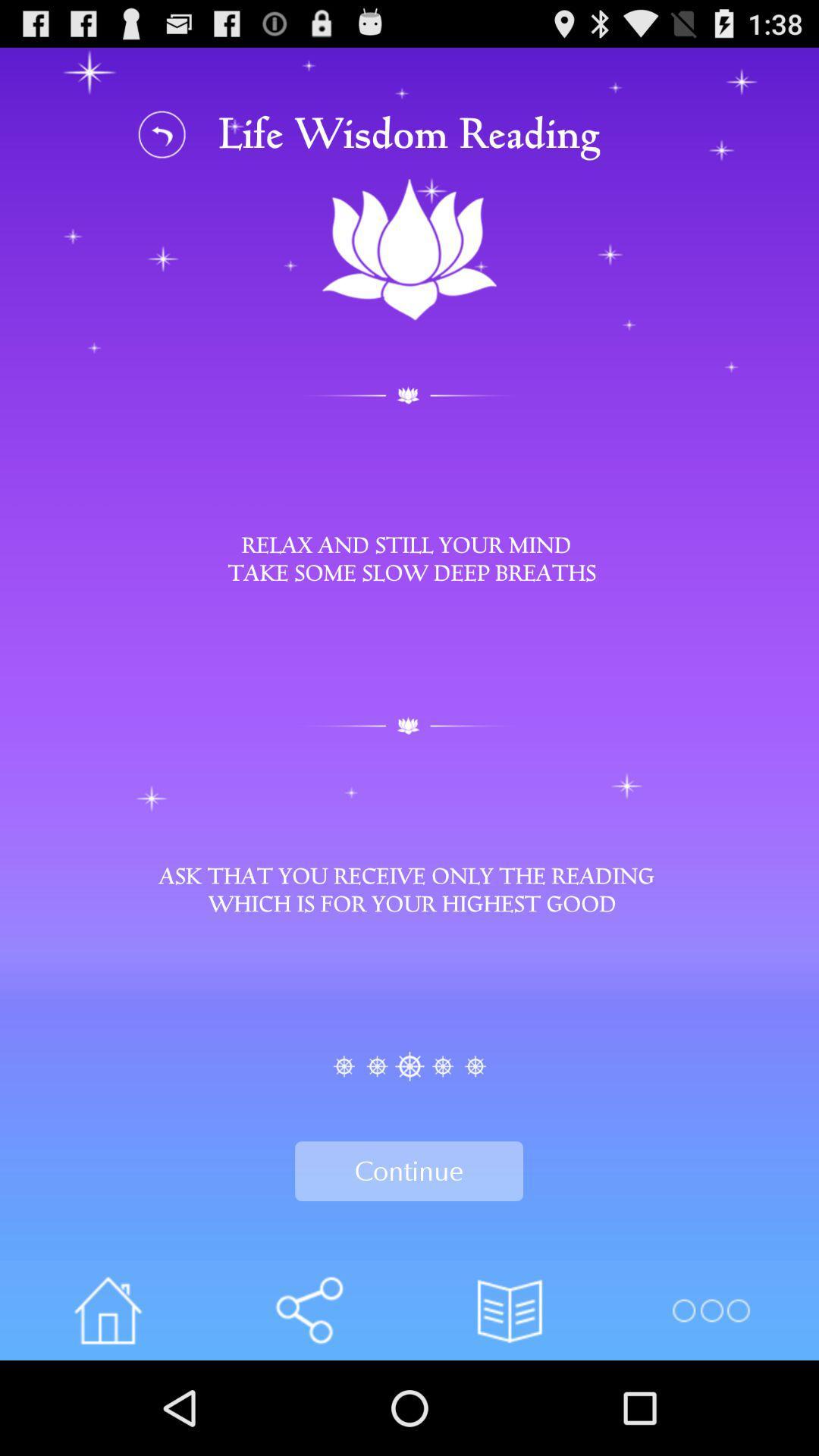 The width and height of the screenshot is (819, 1456). What do you see at coordinates (308, 1310) in the screenshot?
I see `the share button on the web page` at bounding box center [308, 1310].